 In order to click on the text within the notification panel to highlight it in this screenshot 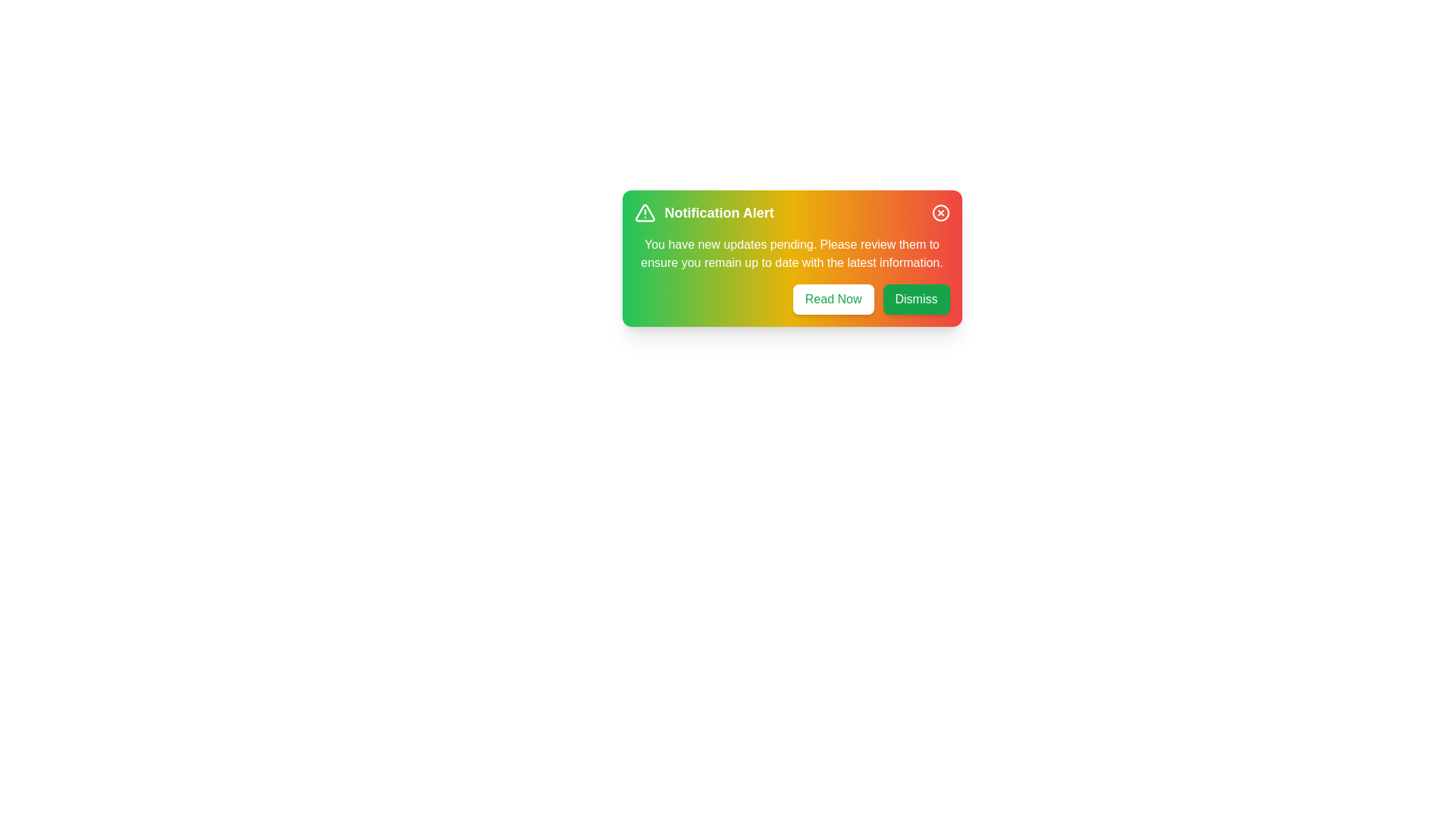, I will do `click(791, 253)`.